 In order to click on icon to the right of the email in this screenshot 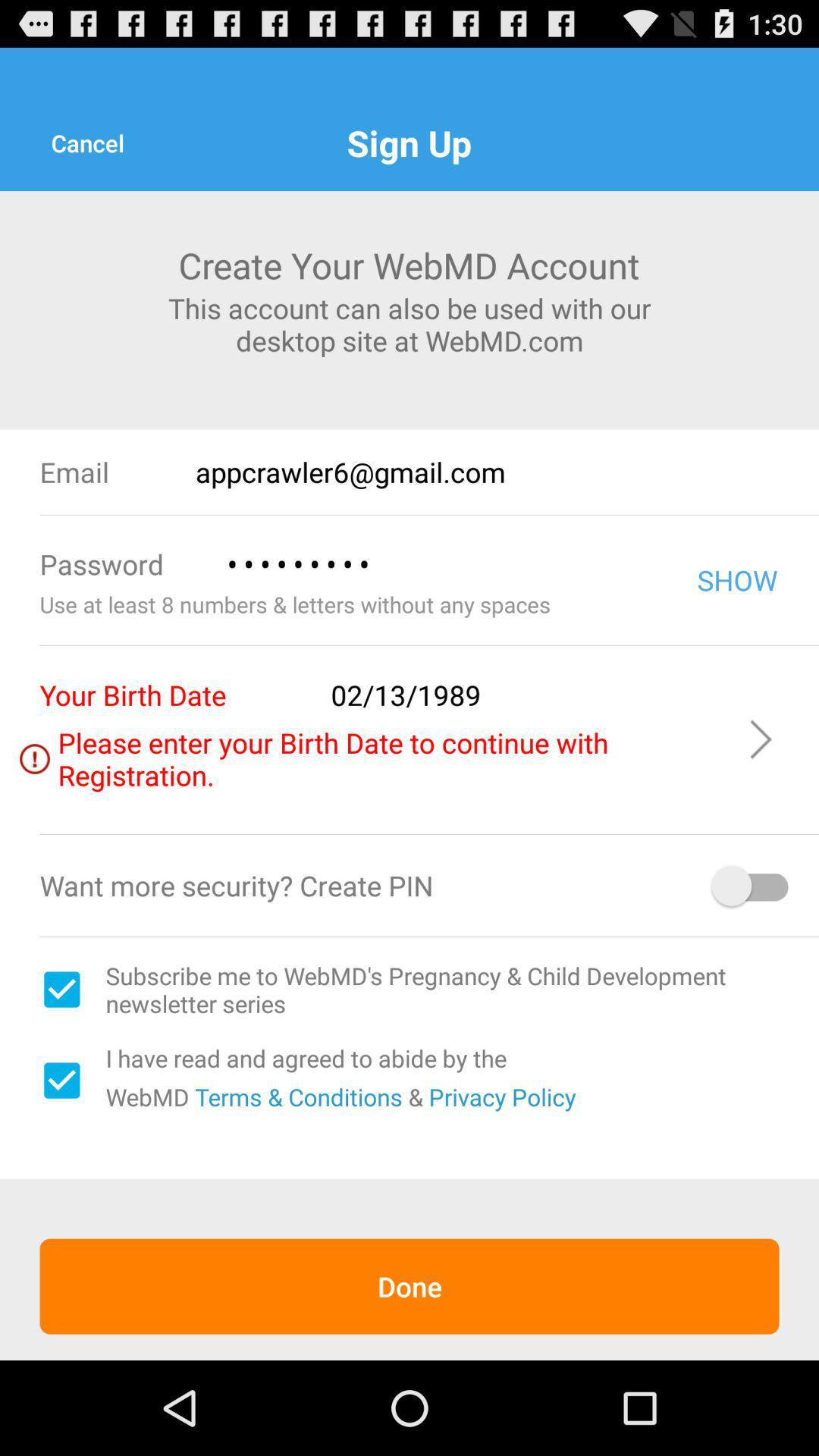, I will do `click(507, 471)`.